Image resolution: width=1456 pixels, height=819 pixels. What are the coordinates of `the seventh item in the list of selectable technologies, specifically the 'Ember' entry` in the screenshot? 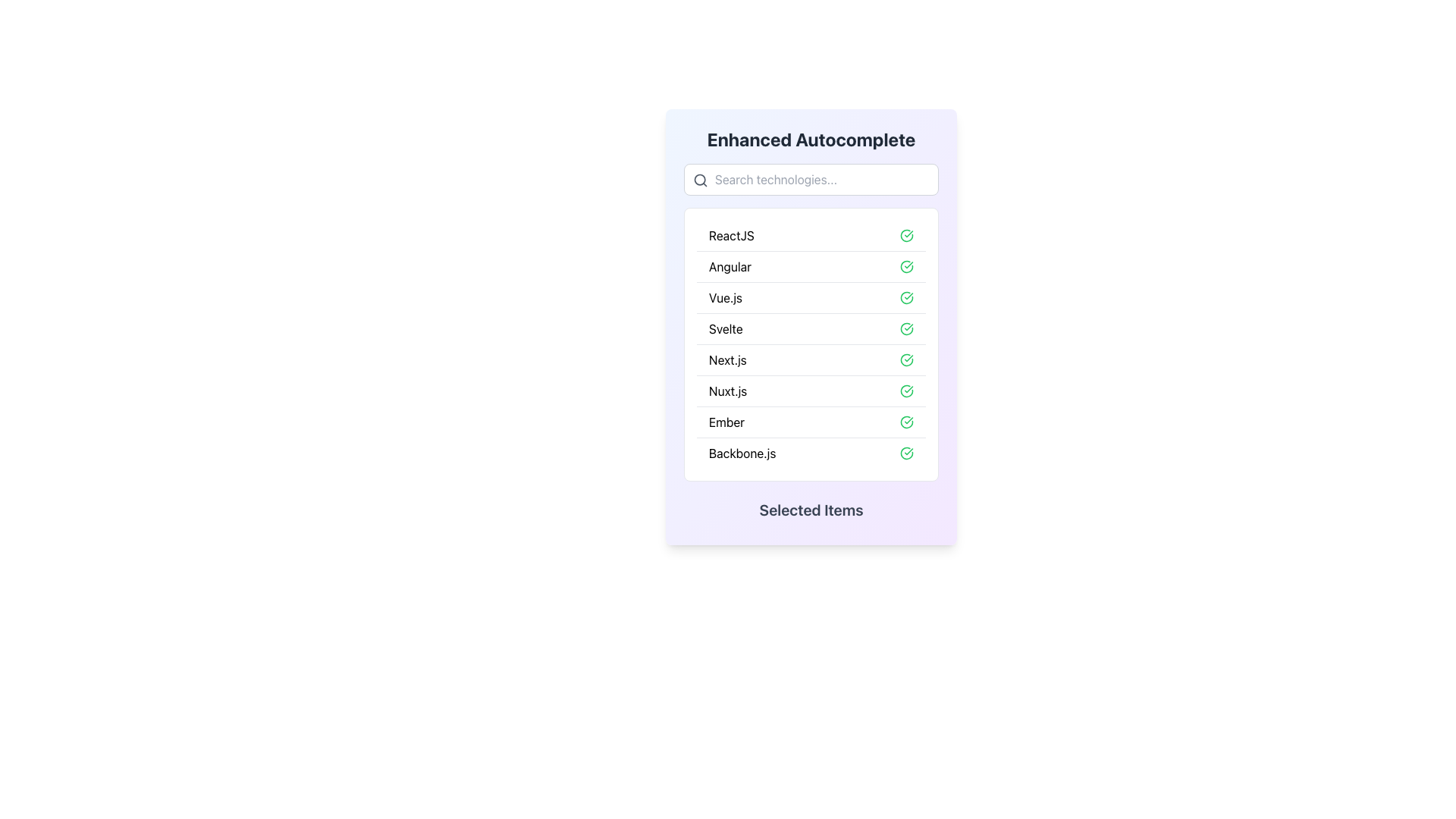 It's located at (811, 422).